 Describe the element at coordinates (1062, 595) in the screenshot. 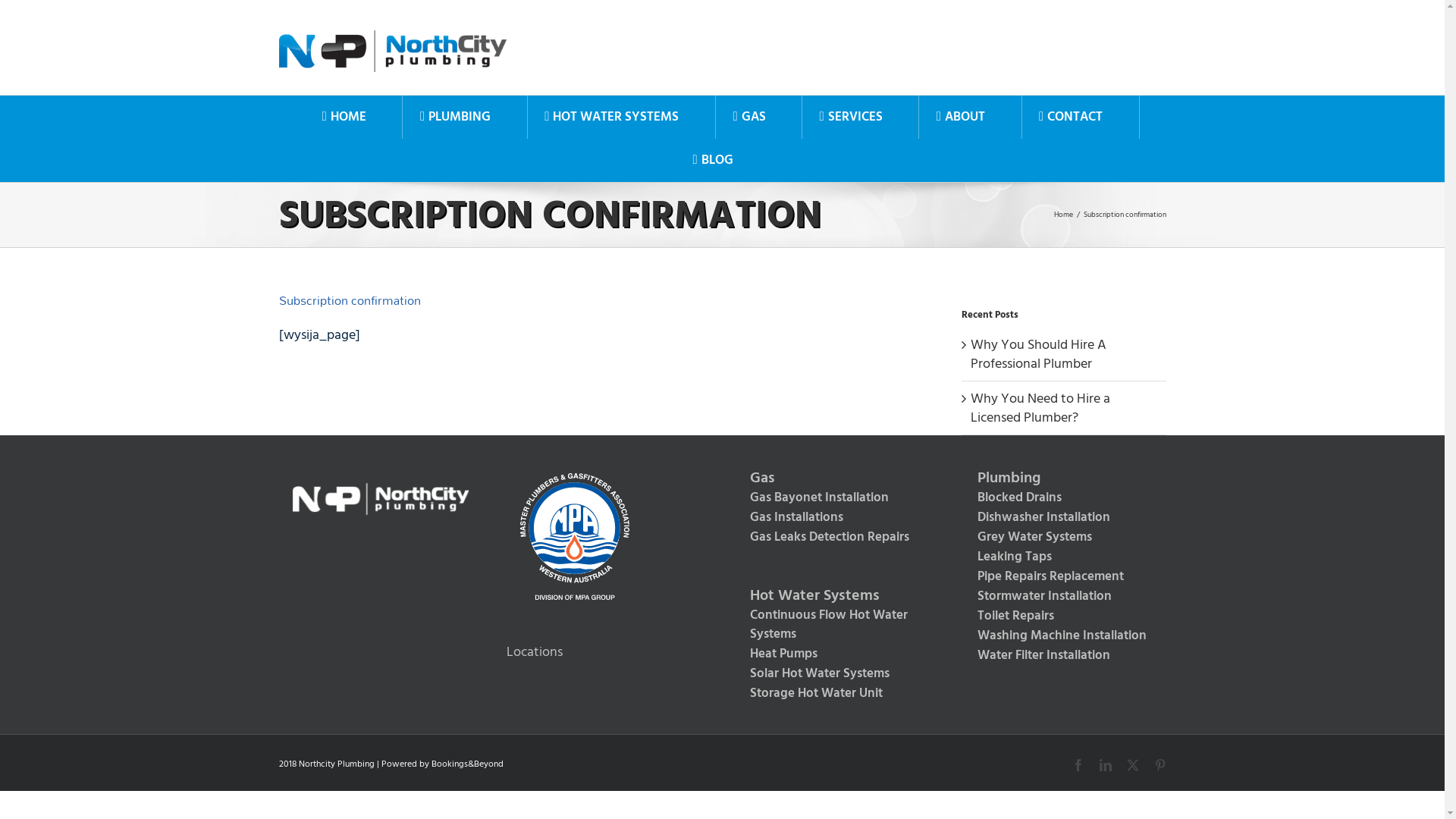

I see `'Stormwater Installation'` at that location.